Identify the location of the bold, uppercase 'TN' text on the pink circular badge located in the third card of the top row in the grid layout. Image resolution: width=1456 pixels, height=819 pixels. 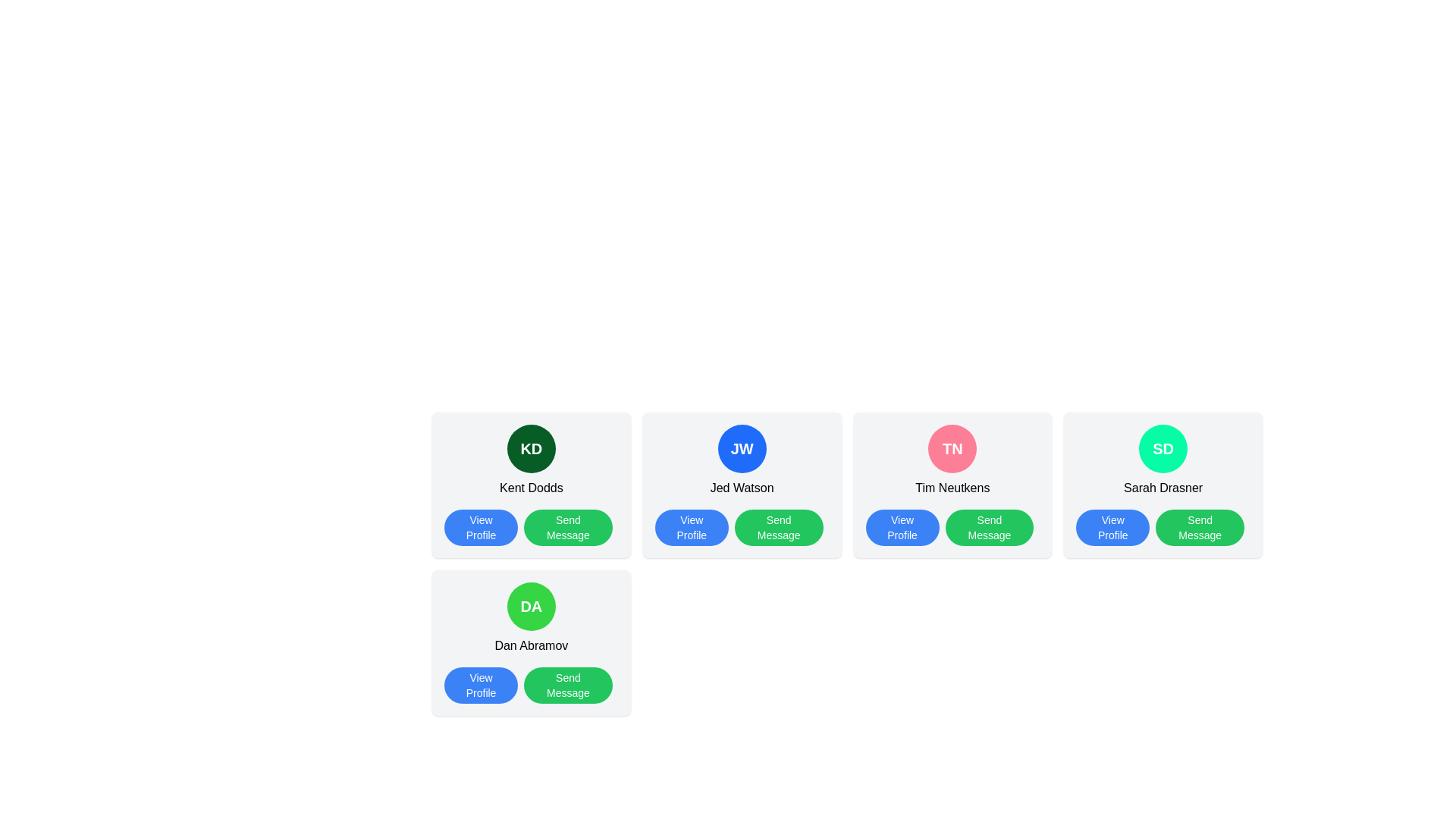
(952, 447).